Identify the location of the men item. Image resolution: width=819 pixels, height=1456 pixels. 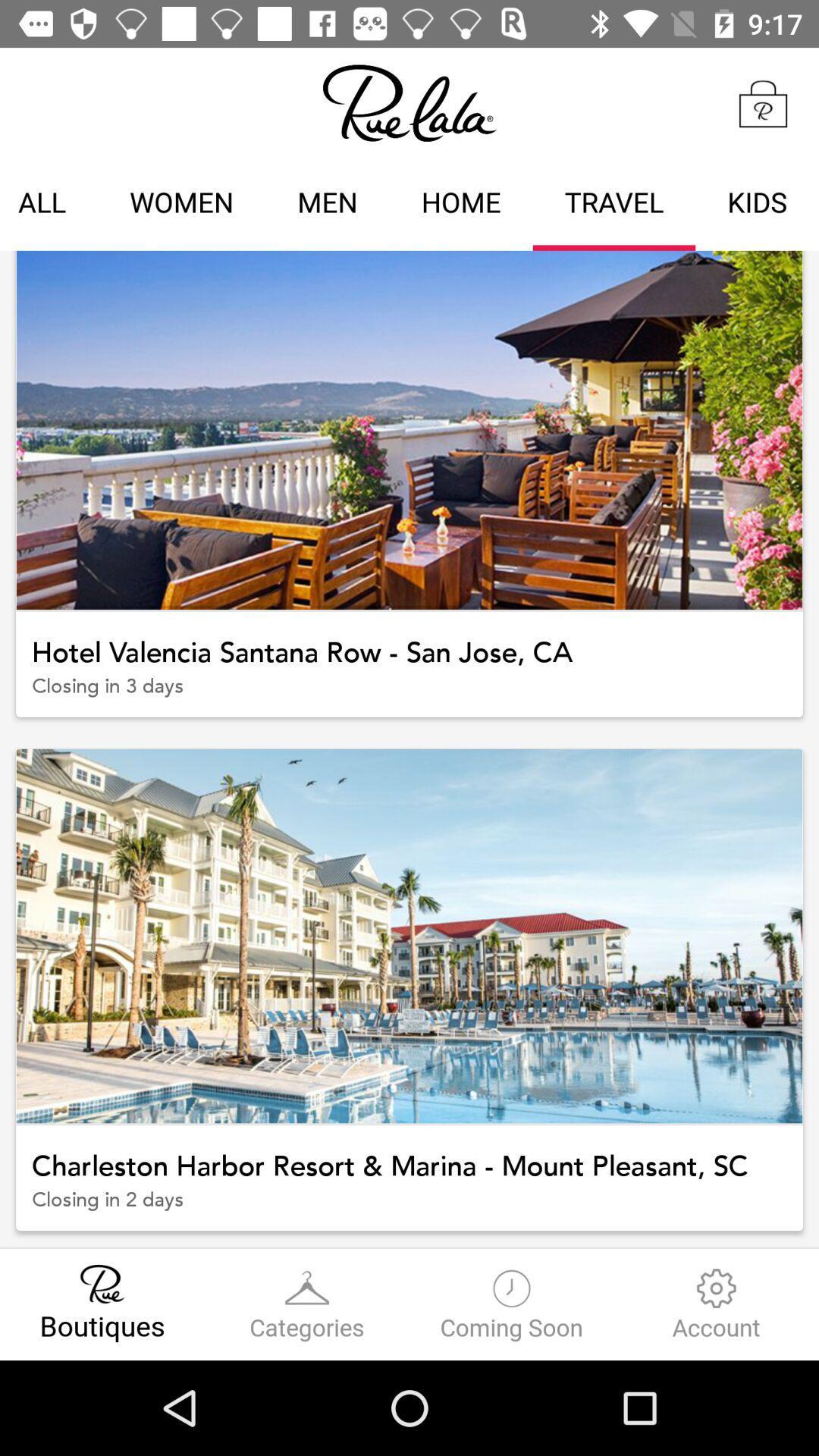
(327, 204).